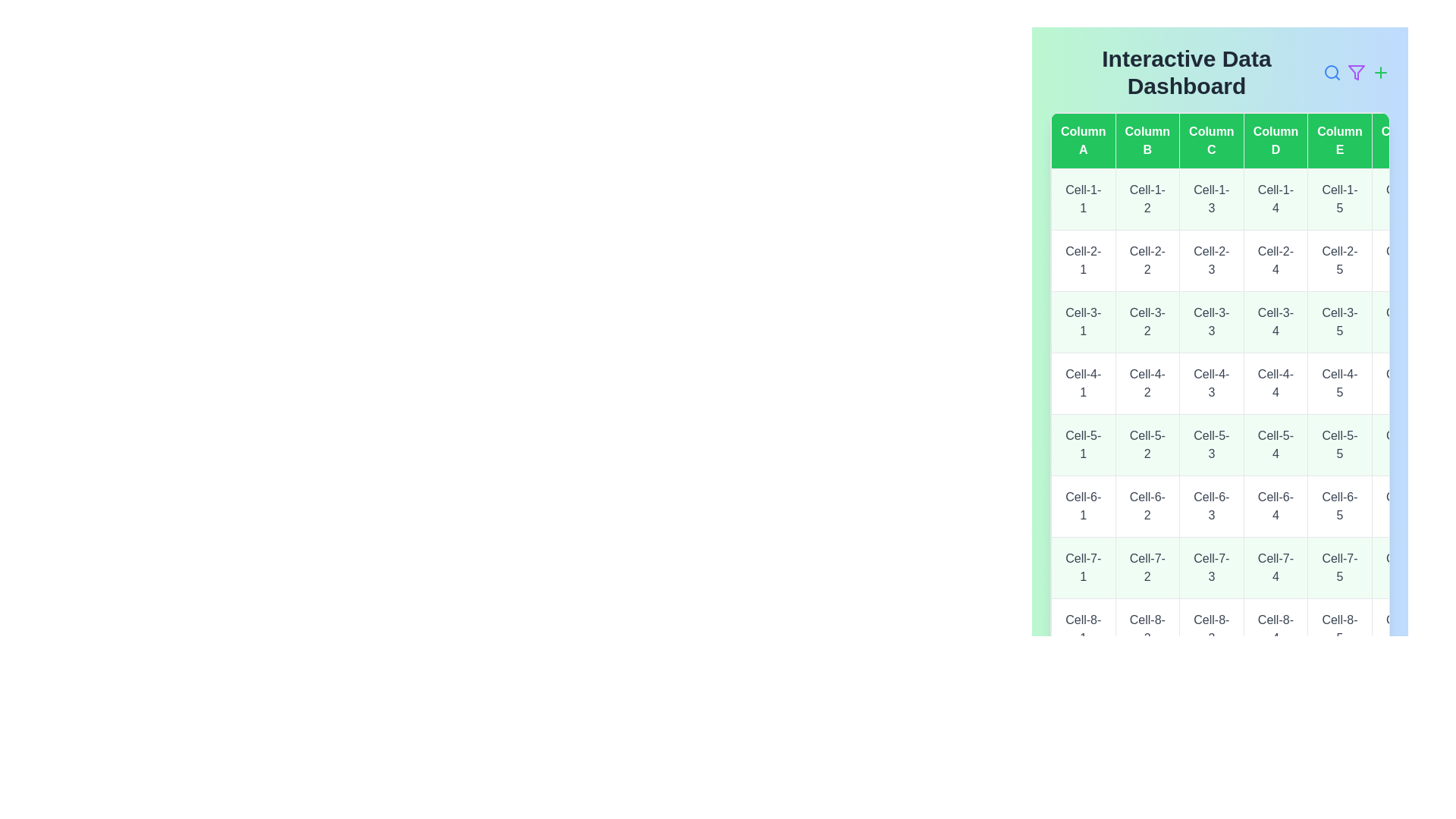  Describe the element at coordinates (1357, 73) in the screenshot. I see `the filter icon to activate the filter functionality` at that location.